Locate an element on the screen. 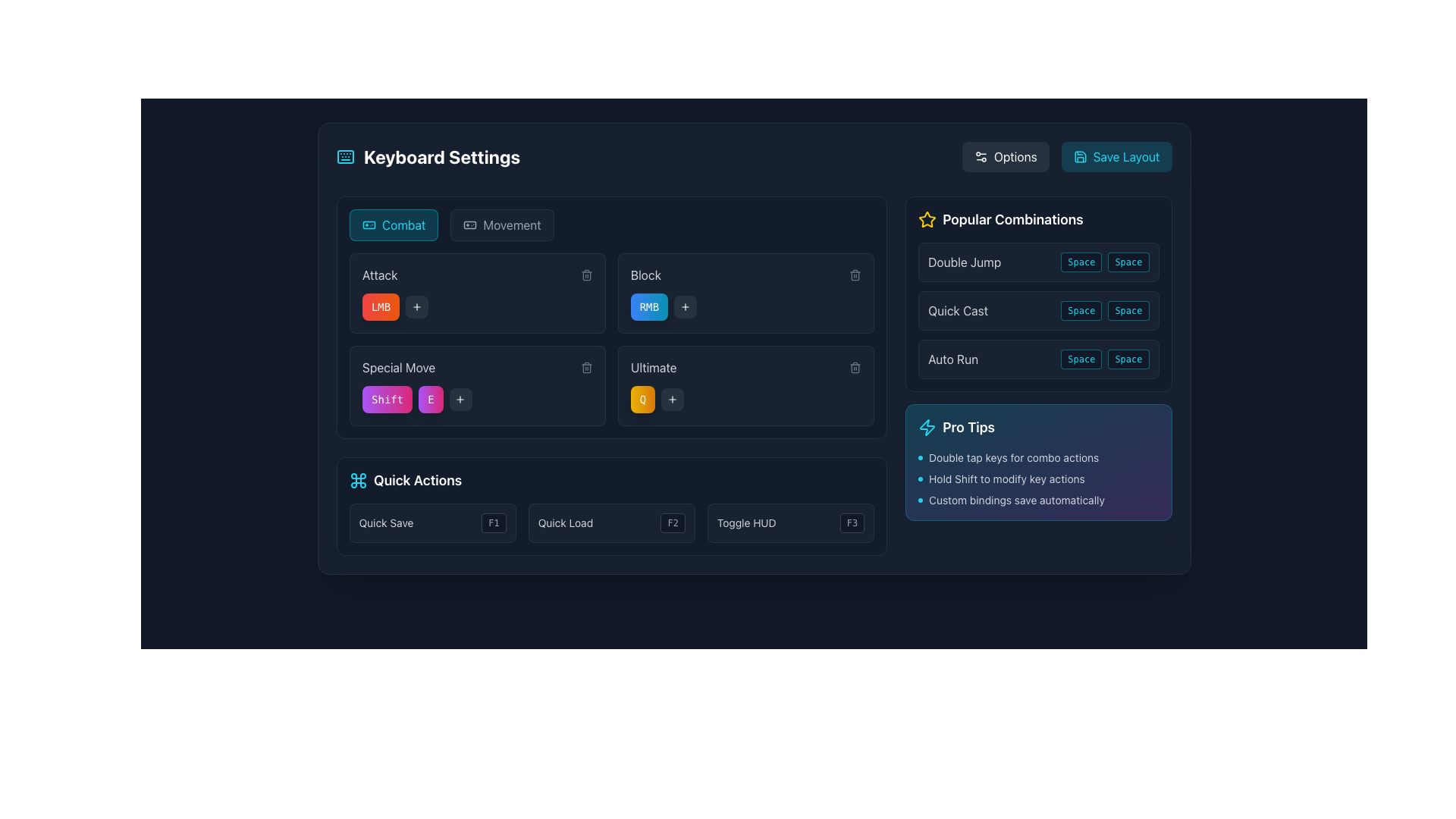 The height and width of the screenshot is (819, 1456). the 'Attack' static text label in the combat section of the keyboard settings interface is located at coordinates (379, 275).